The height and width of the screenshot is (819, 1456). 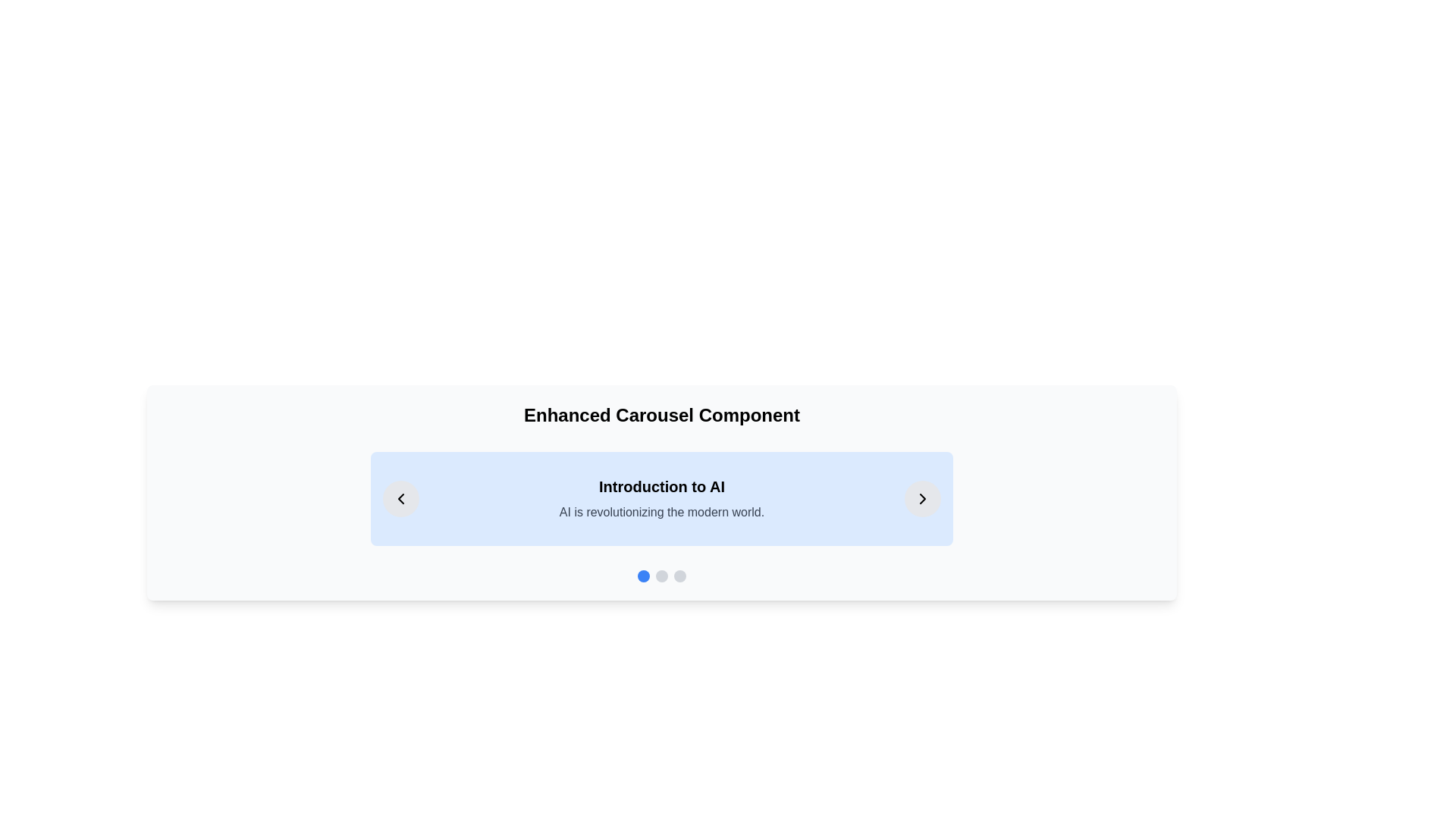 I want to click on the Text Label that serves as a header or title within the blue box, positioned above the descriptive text 'AI is revolutionizing the modern world.', so click(x=662, y=486).